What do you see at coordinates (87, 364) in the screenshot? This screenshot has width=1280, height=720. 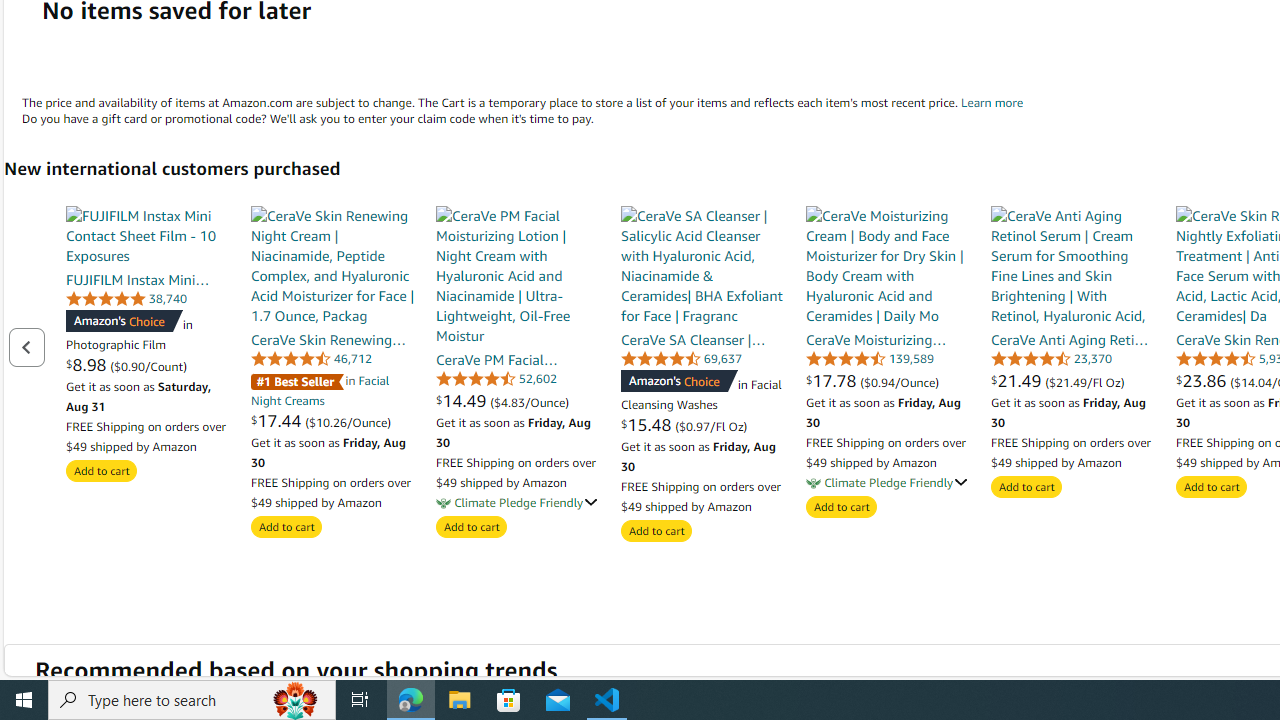 I see `'$8.98 '` at bounding box center [87, 364].